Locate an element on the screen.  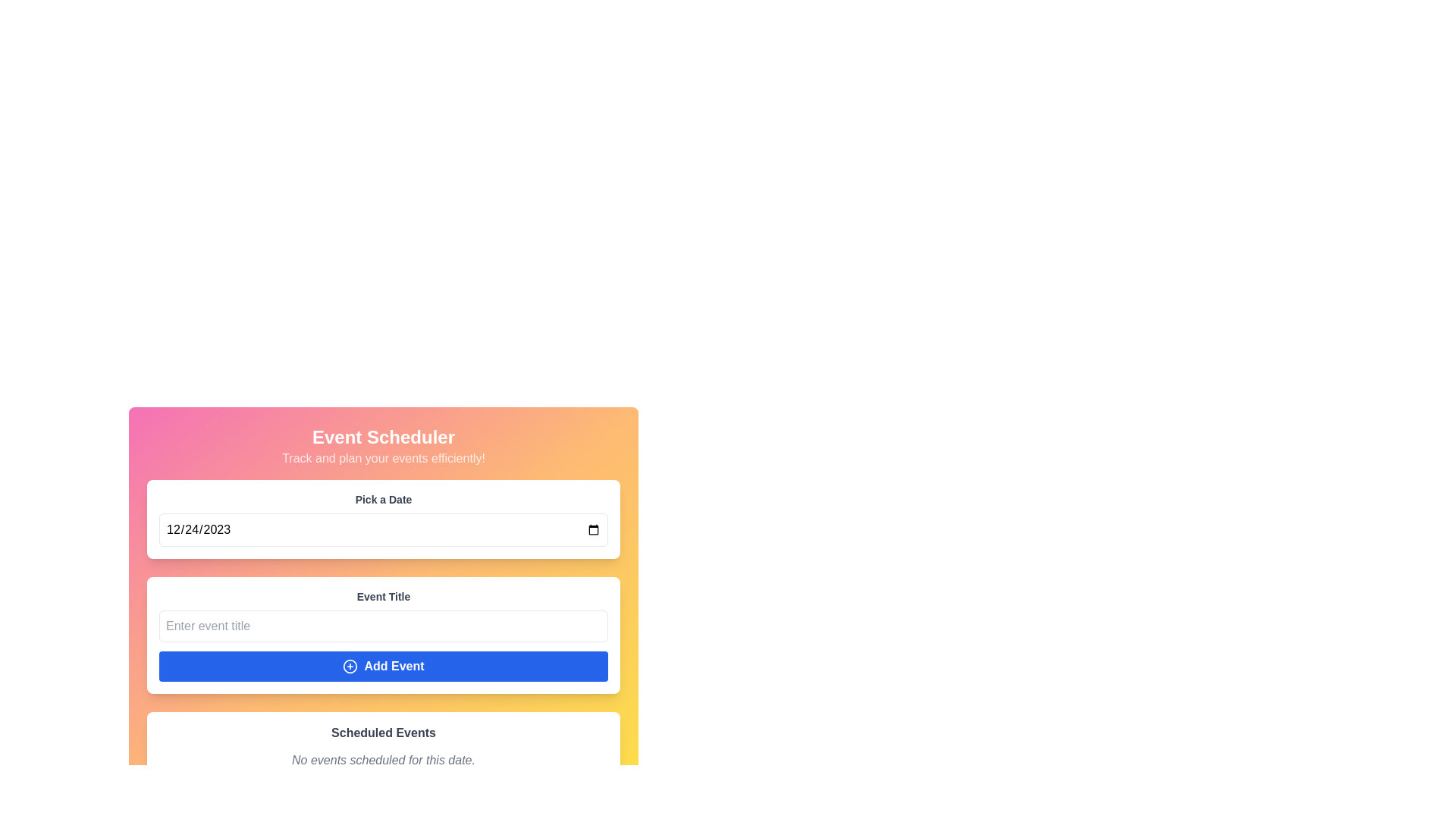
the input field labeled 'Event Title' to begin typing is located at coordinates (383, 635).